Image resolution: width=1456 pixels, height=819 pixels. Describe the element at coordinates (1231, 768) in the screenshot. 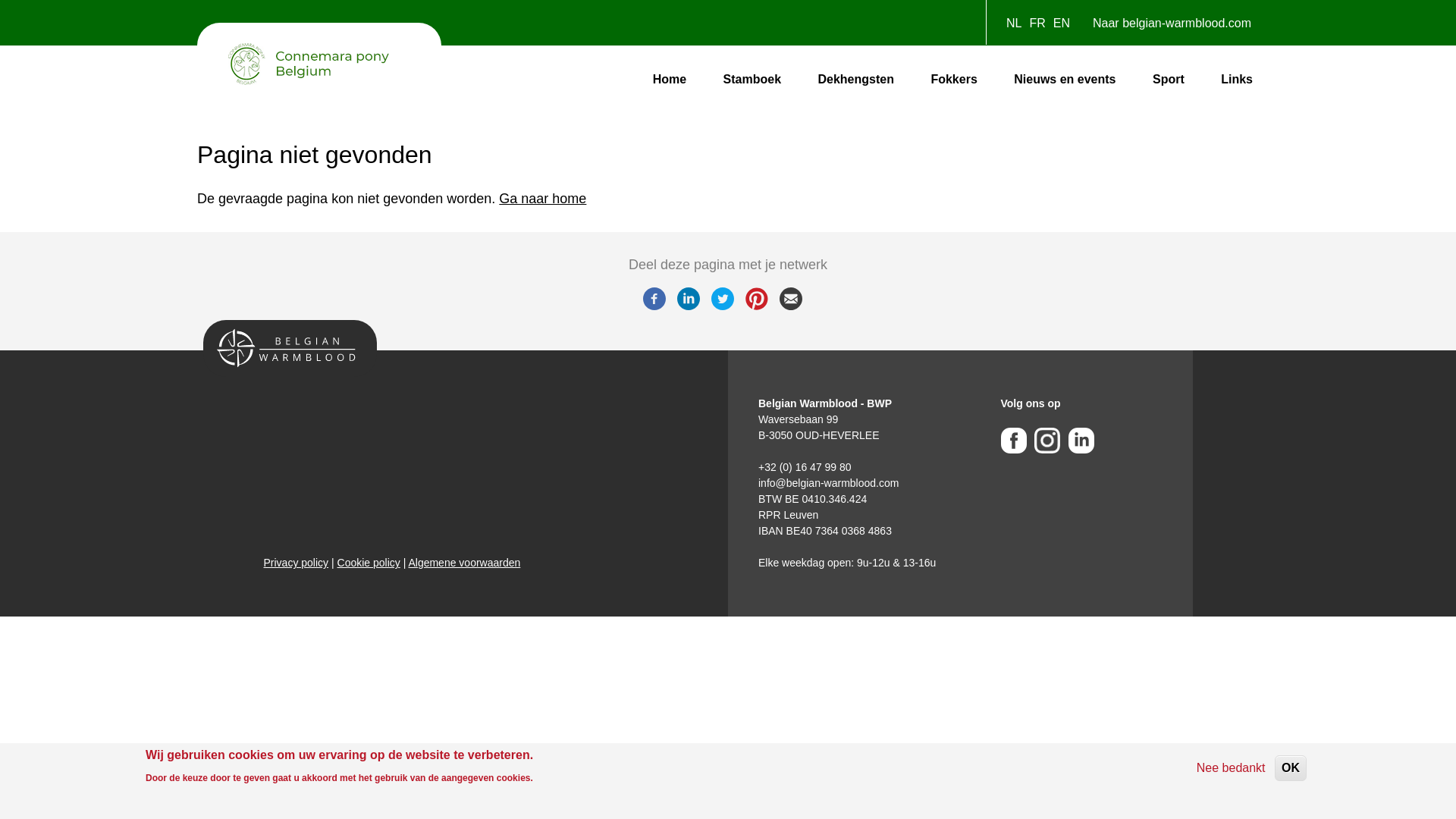

I see `'Nee bedankt'` at that location.